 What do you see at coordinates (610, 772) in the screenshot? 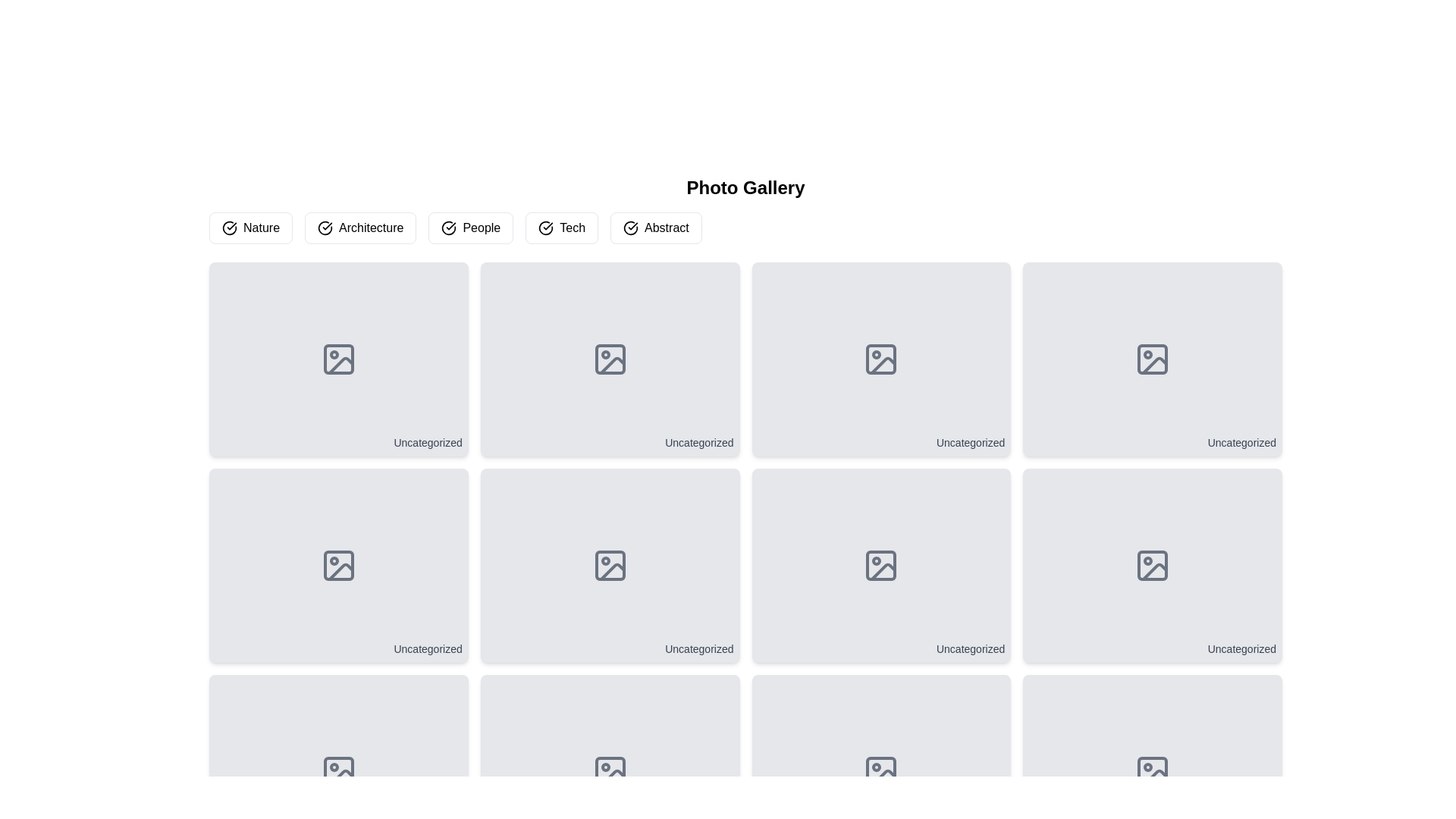
I see `the image icon located in the bottom-right grid cell of the photo gallery layout labeled 'Uncategorized'` at bounding box center [610, 772].